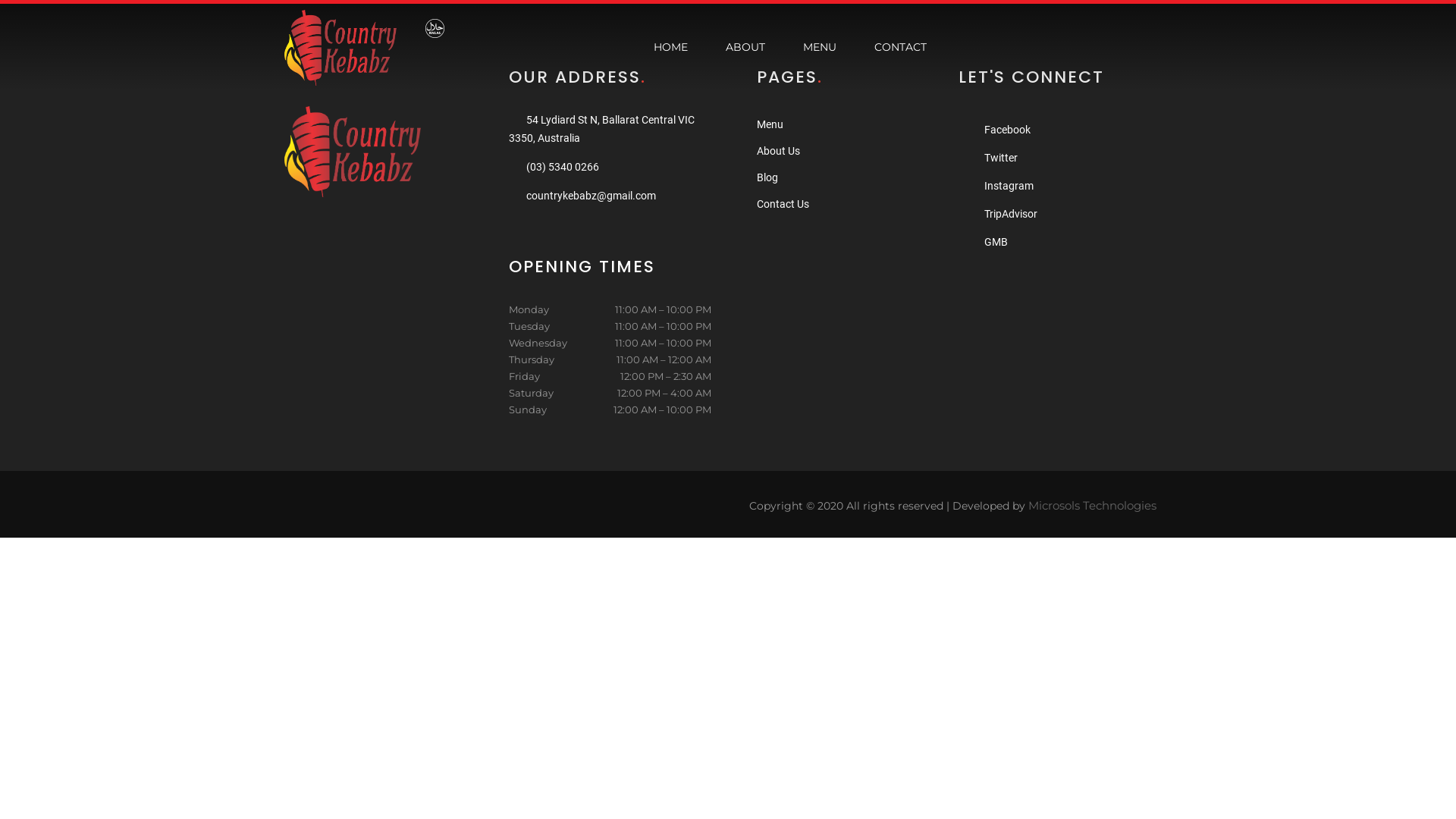  Describe the element at coordinates (526, 195) in the screenshot. I see `'countrykebabz@gmail.com'` at that location.